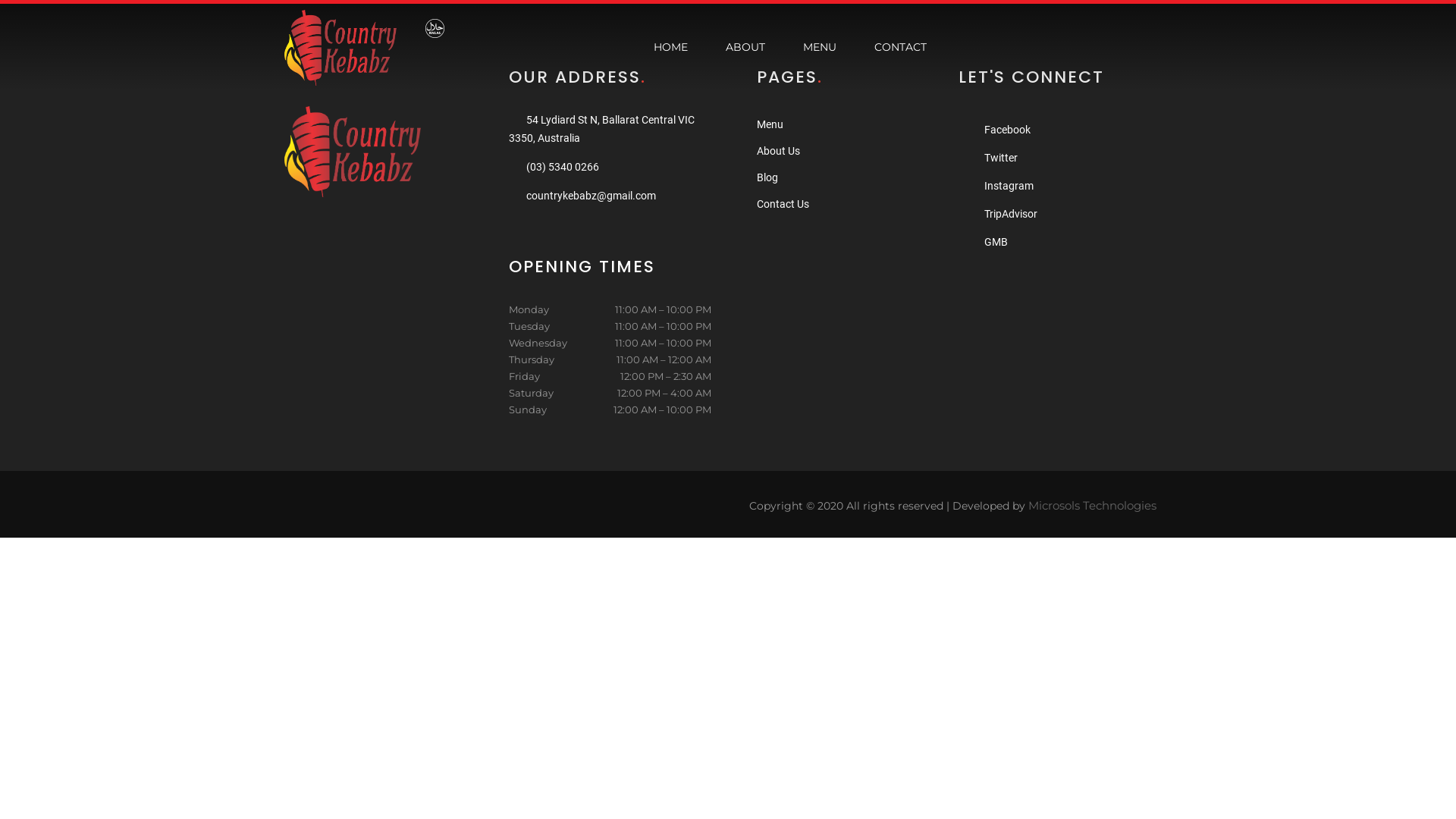  Describe the element at coordinates (526, 195) in the screenshot. I see `'countrykebabz@gmail.com'` at that location.